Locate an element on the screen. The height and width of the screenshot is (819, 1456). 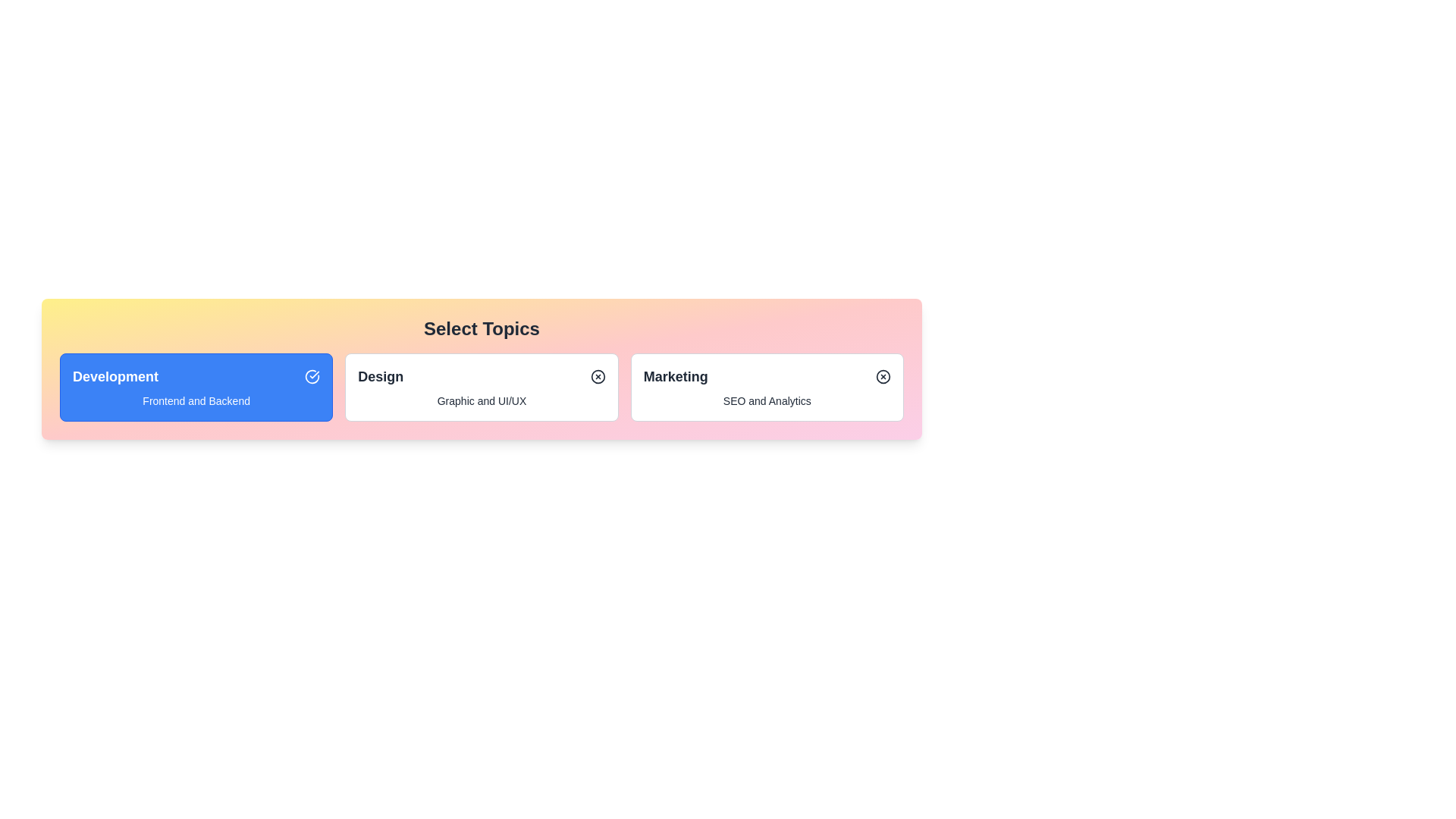
the chip labeled Design to observe its hover effects is located at coordinates (480, 386).